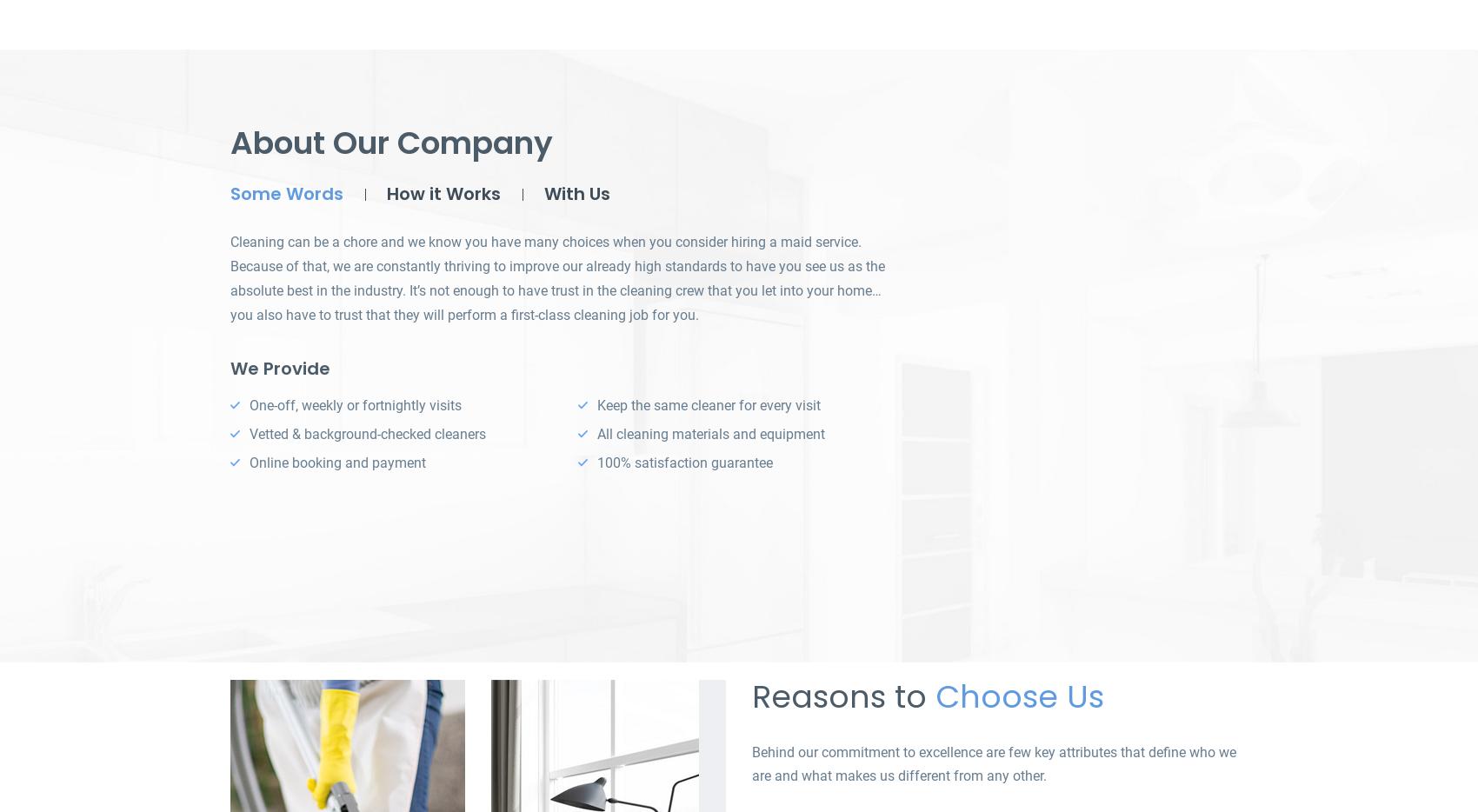 Image resolution: width=1478 pixels, height=812 pixels. What do you see at coordinates (708, 405) in the screenshot?
I see `'Keep the same cleaner for every visit'` at bounding box center [708, 405].